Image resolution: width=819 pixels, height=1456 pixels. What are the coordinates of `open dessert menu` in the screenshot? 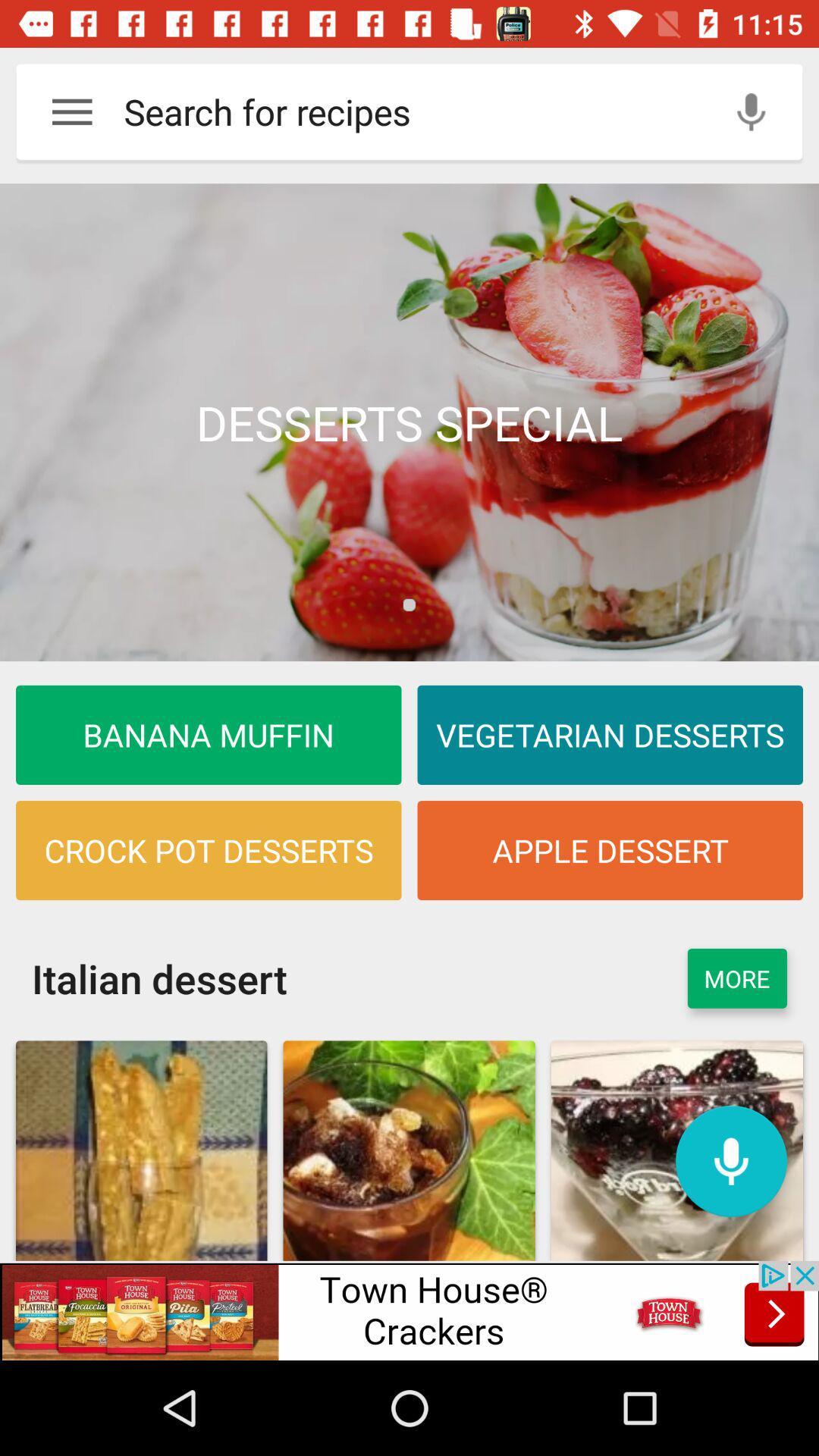 It's located at (409, 422).